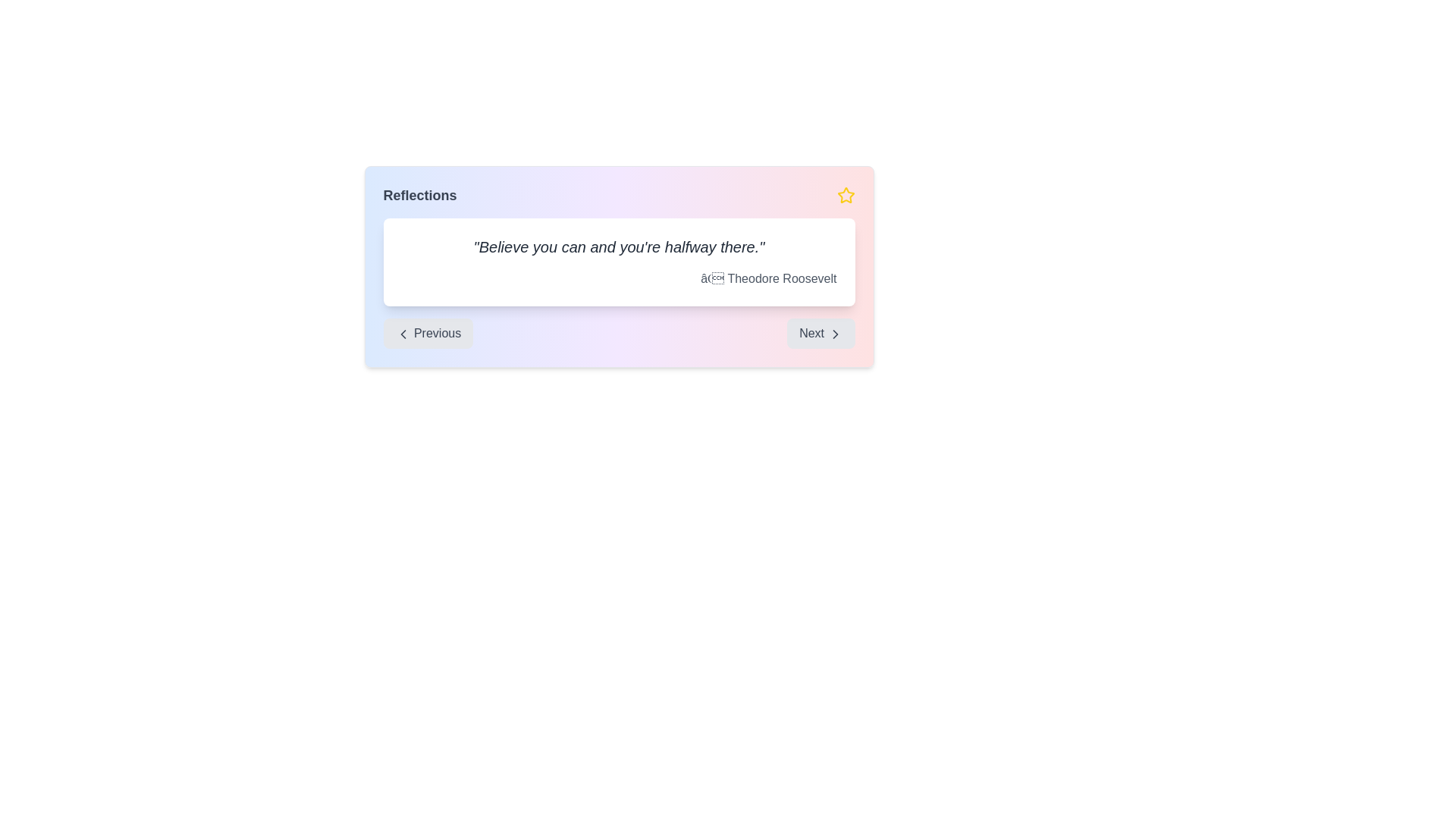  What do you see at coordinates (834, 333) in the screenshot?
I see `the right-chevron icon within the 'Next' button` at bounding box center [834, 333].